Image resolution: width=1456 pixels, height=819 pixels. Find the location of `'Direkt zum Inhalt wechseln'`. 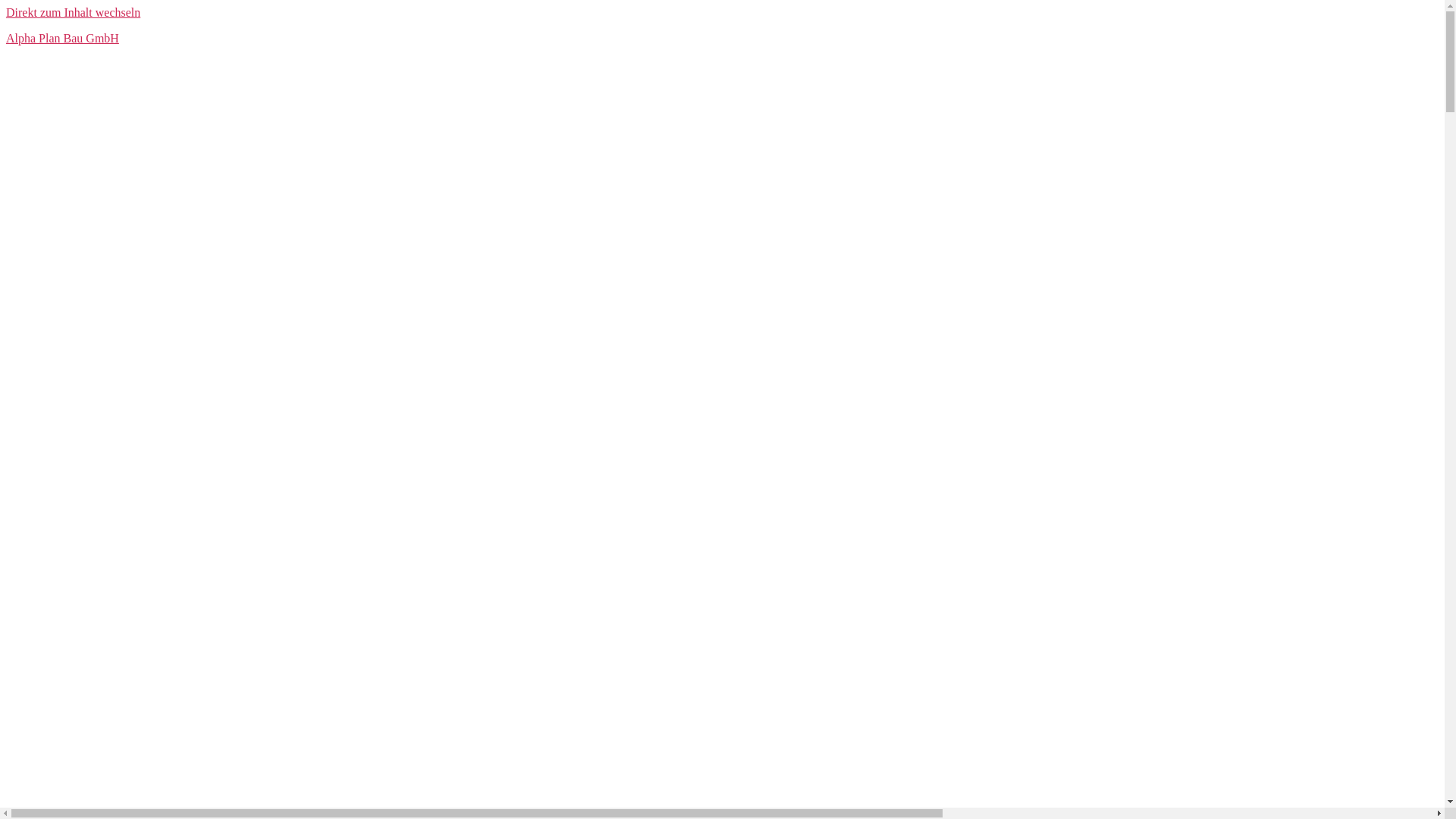

'Direkt zum Inhalt wechseln' is located at coordinates (6, 12).